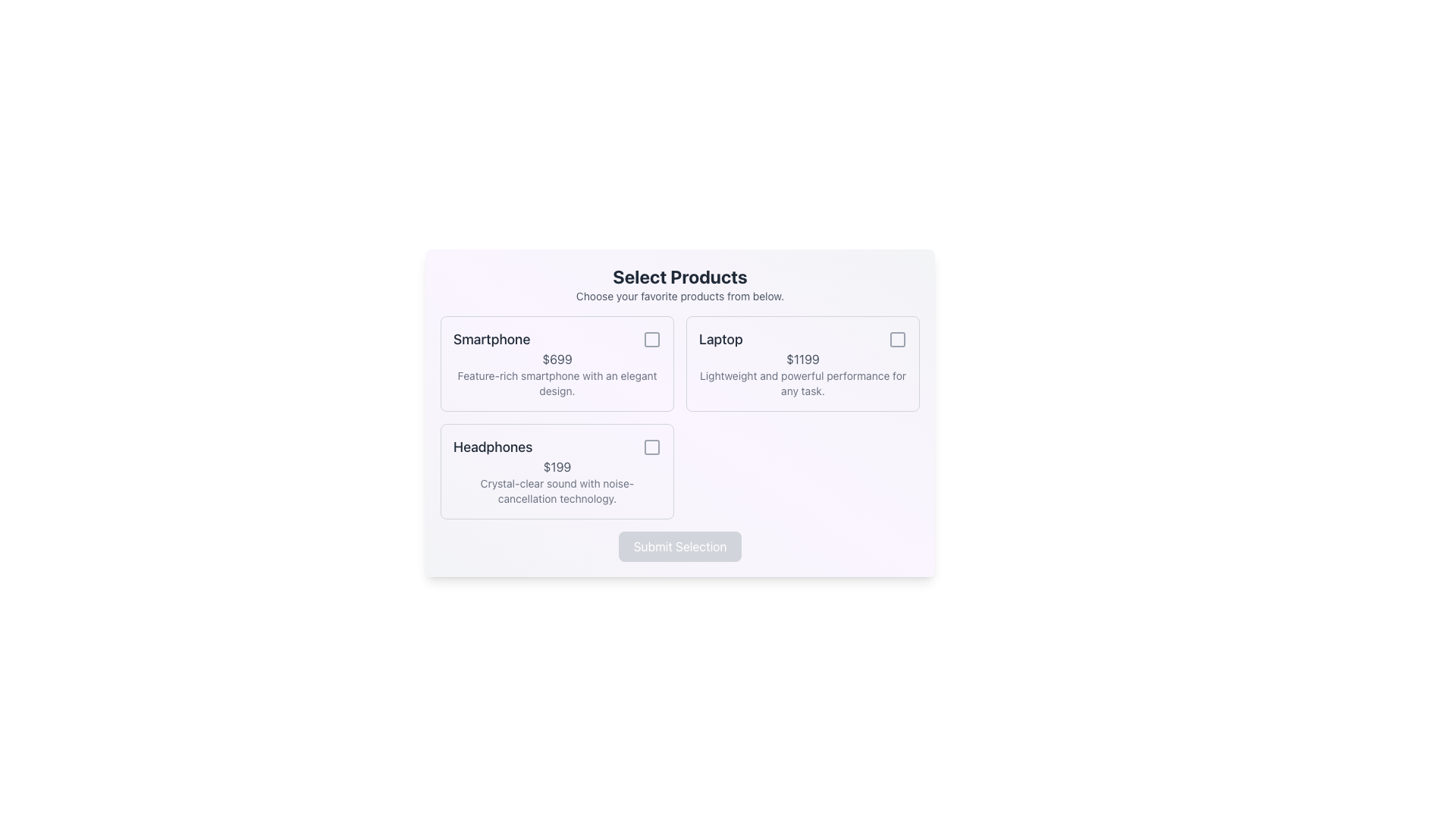  Describe the element at coordinates (556, 491) in the screenshot. I see `the text label that reads 'Crystal-clear sound with noise-cancellation technology.' located within the 'Headphones' product selection card, directly below the price '$199'` at that location.